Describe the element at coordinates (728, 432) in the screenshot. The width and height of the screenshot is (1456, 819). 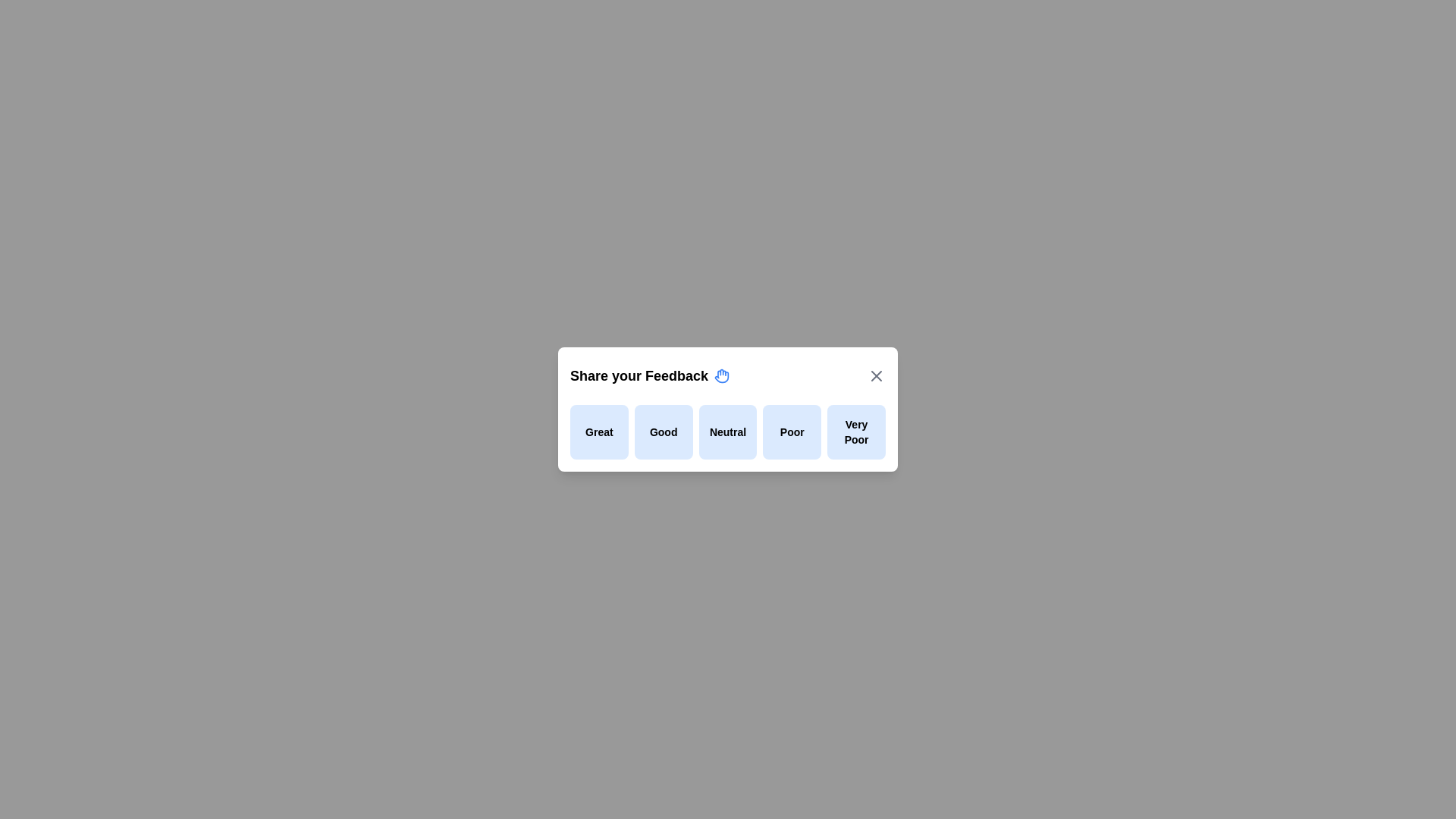
I see `the feedback option Neutral` at that location.